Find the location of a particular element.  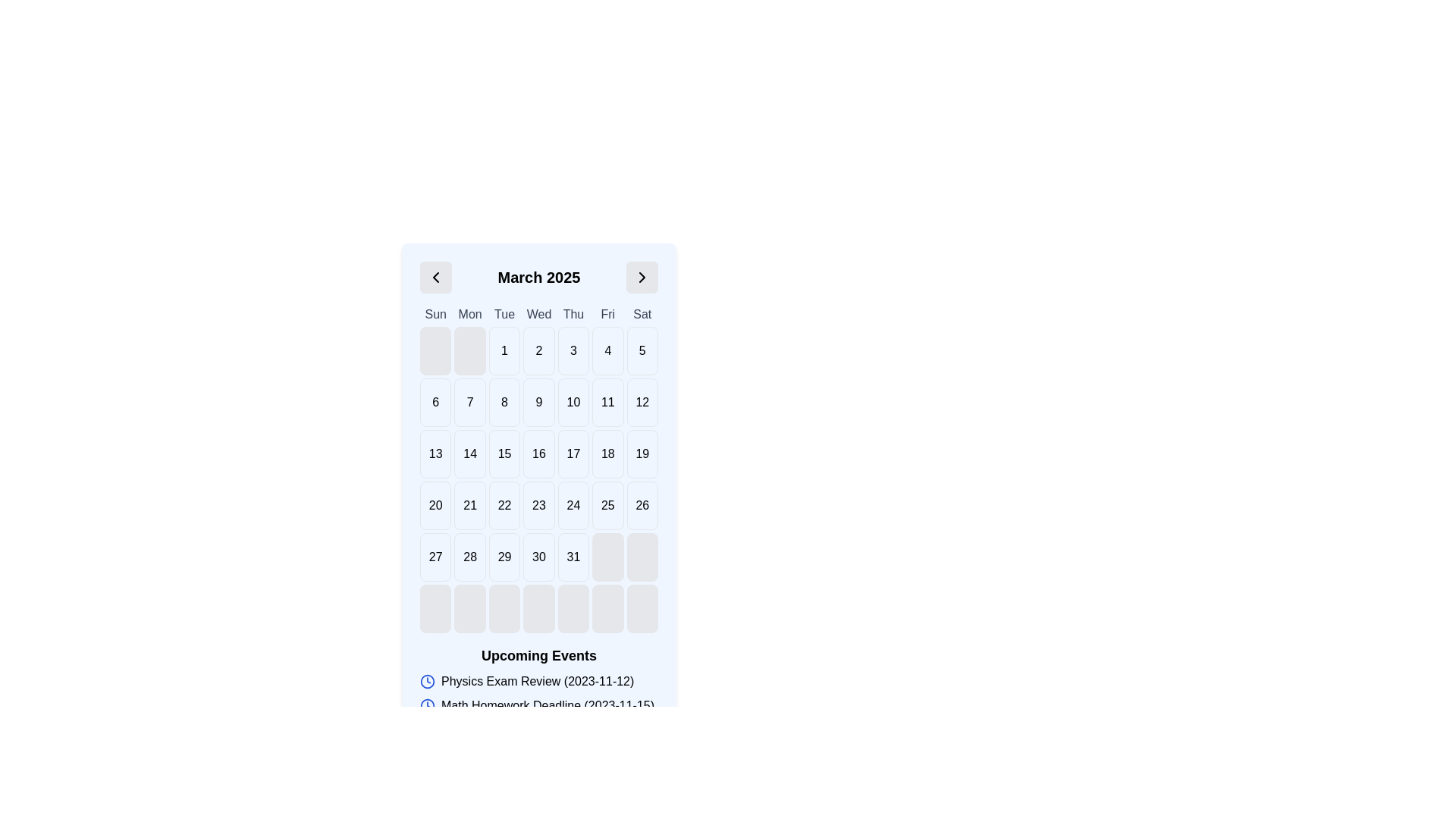

the Text label representing 'Tue' in the calendar header, located in the third column between 'Mon' and 'Wed' is located at coordinates (504, 314).